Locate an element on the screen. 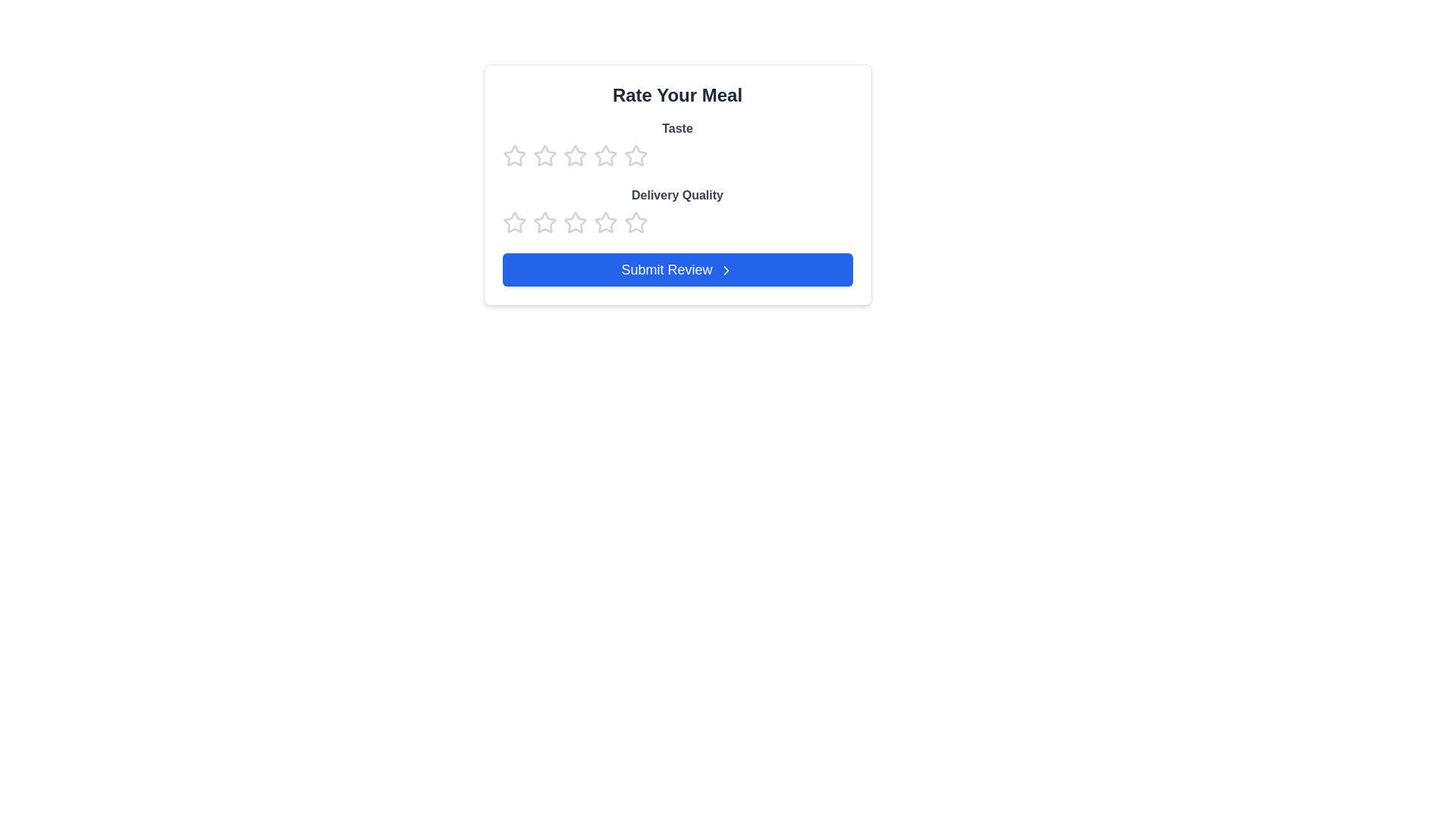 The image size is (1456, 819). the fourth star-shaped Rating icon, which is hollow with a gray outline, to confirm selection is located at coordinates (604, 155).